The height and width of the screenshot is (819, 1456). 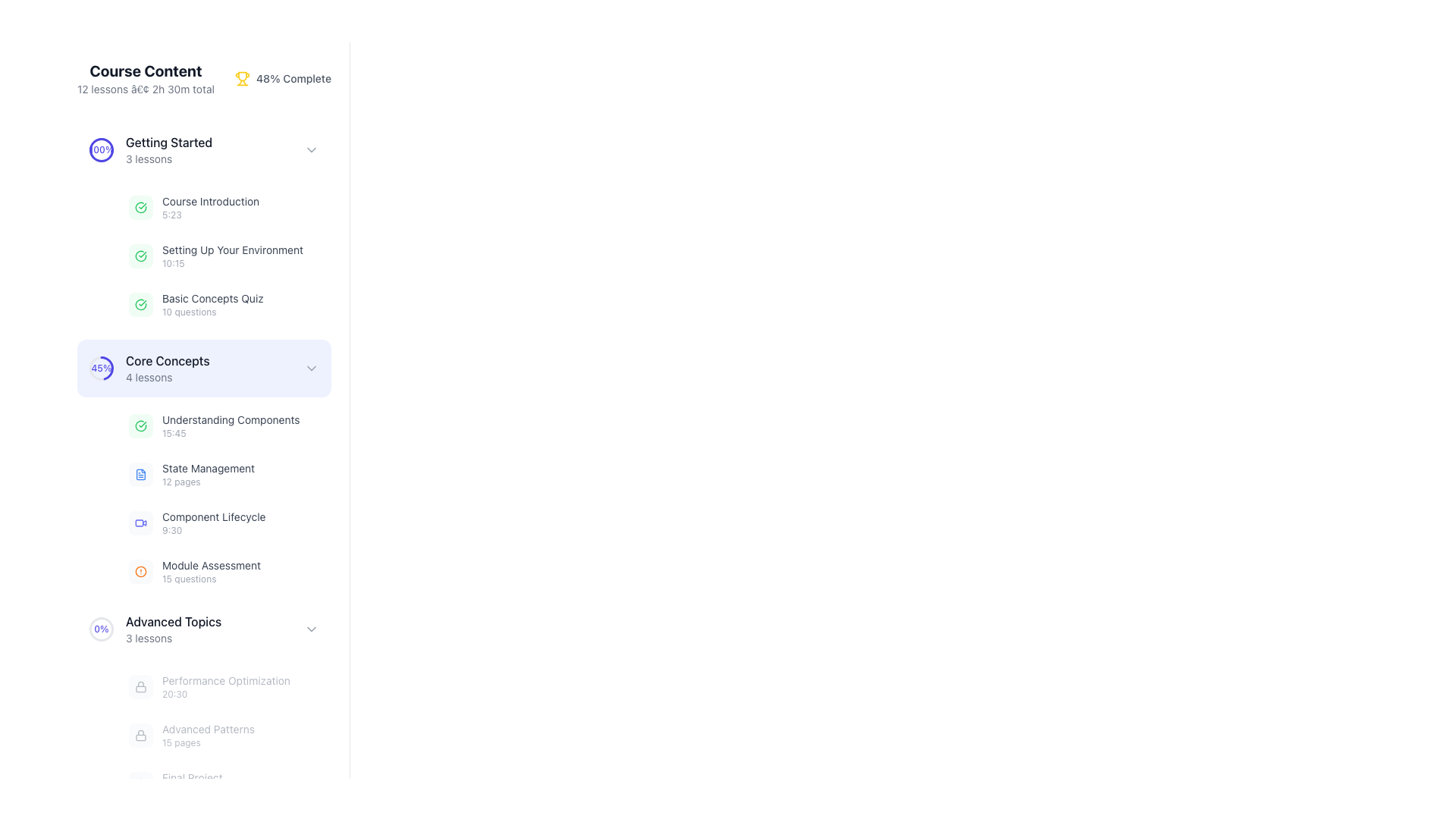 I want to click on the text label saying 'Basic Concepts Quiz' located in the 'Getting Started' section of the sidebar layout, so click(x=212, y=298).